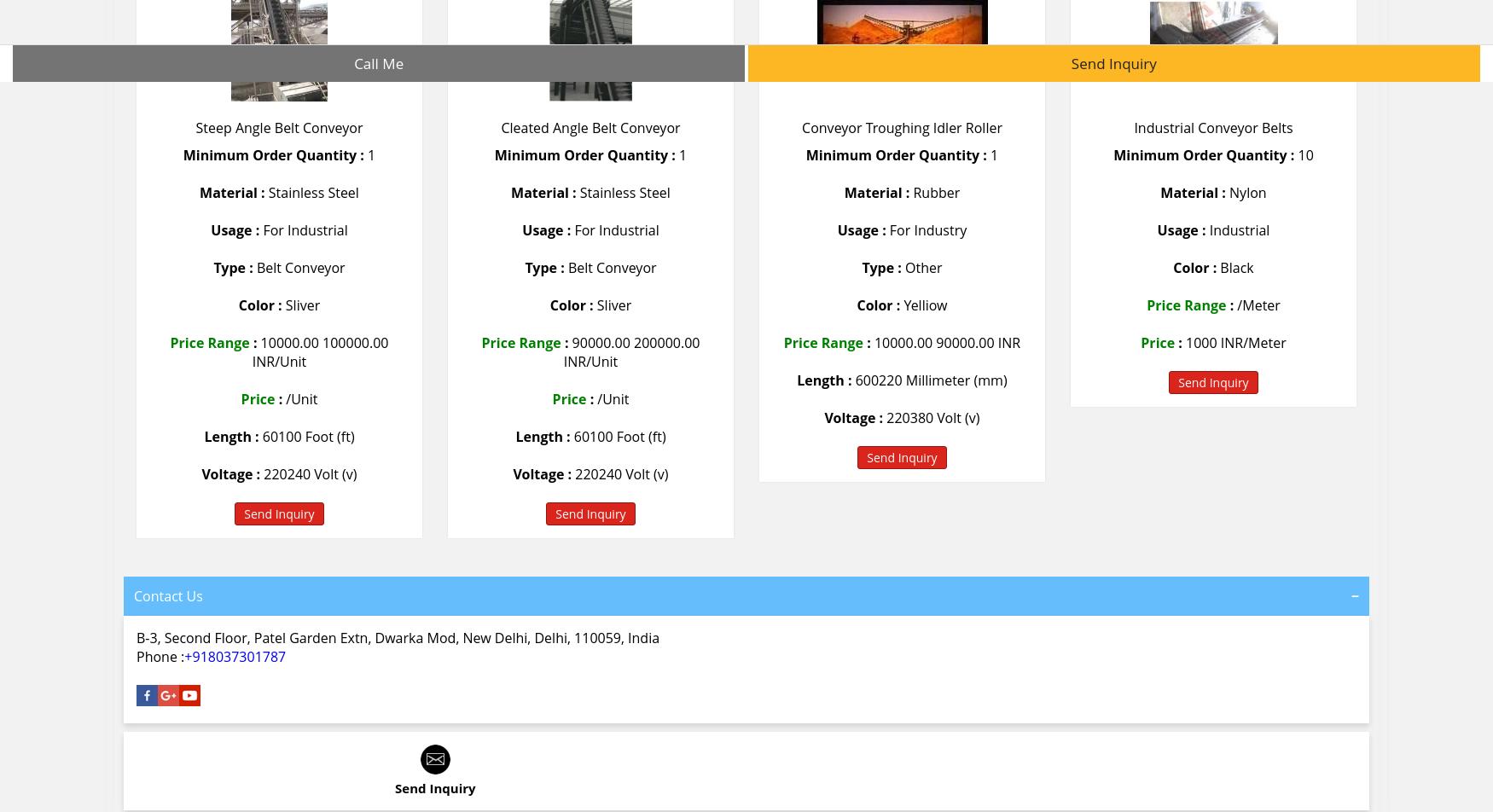  I want to click on '1000 INR/Meter', so click(1185, 341).